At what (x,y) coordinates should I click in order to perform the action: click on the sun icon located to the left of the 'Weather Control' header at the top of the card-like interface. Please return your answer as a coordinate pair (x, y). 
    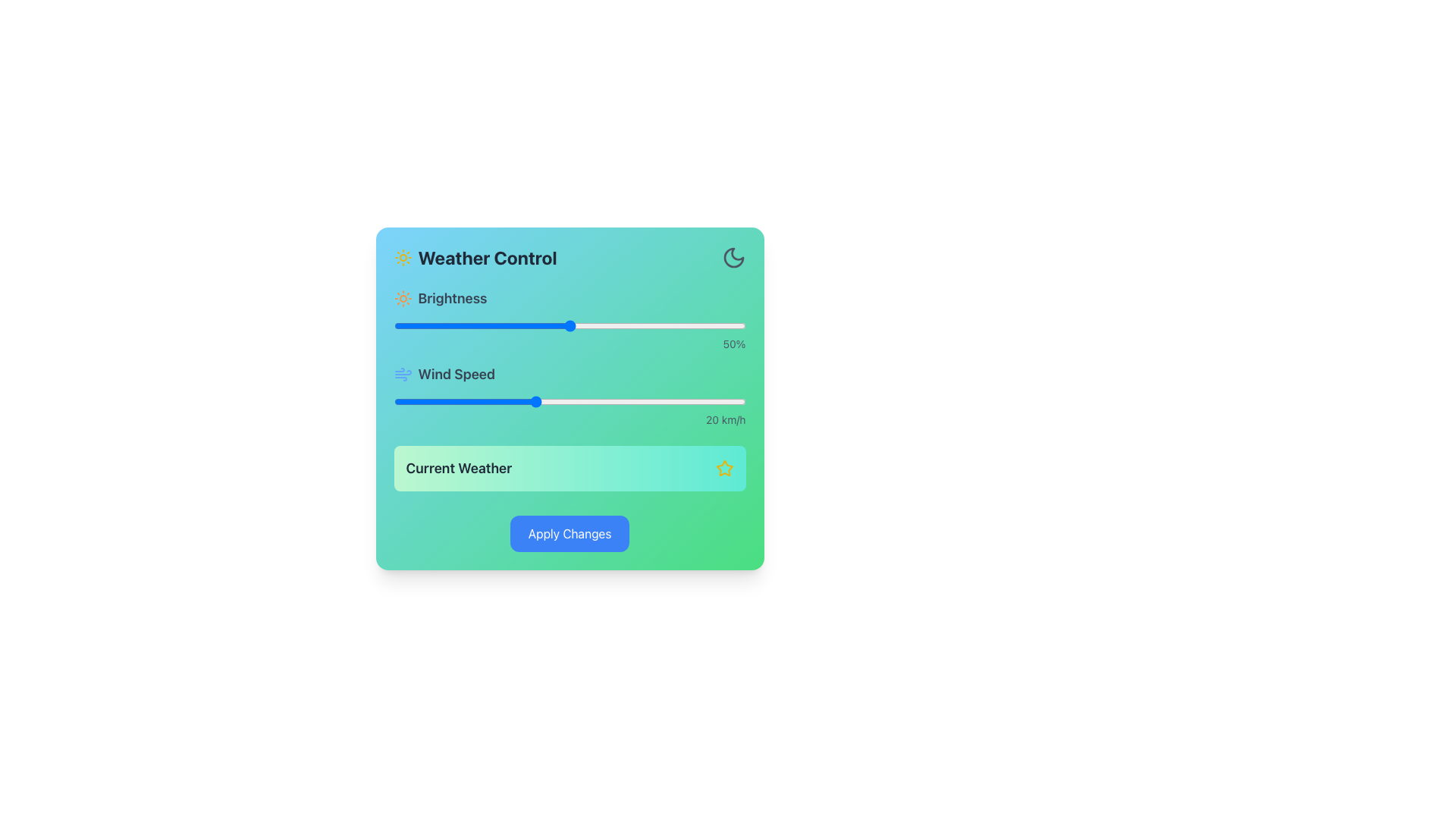
    Looking at the image, I should click on (403, 256).